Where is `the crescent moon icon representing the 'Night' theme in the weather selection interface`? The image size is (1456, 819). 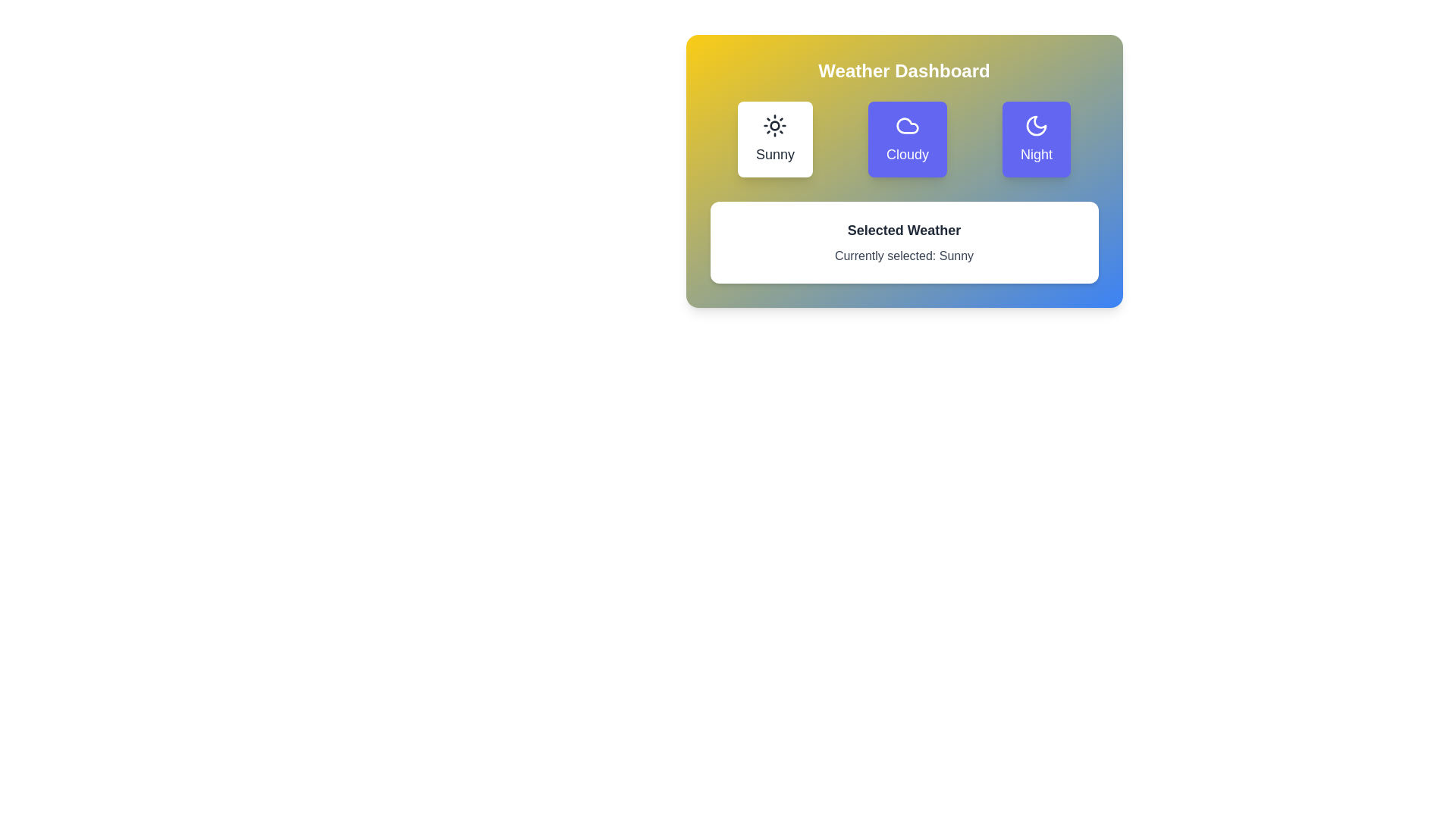 the crescent moon icon representing the 'Night' theme in the weather selection interface is located at coordinates (1036, 124).